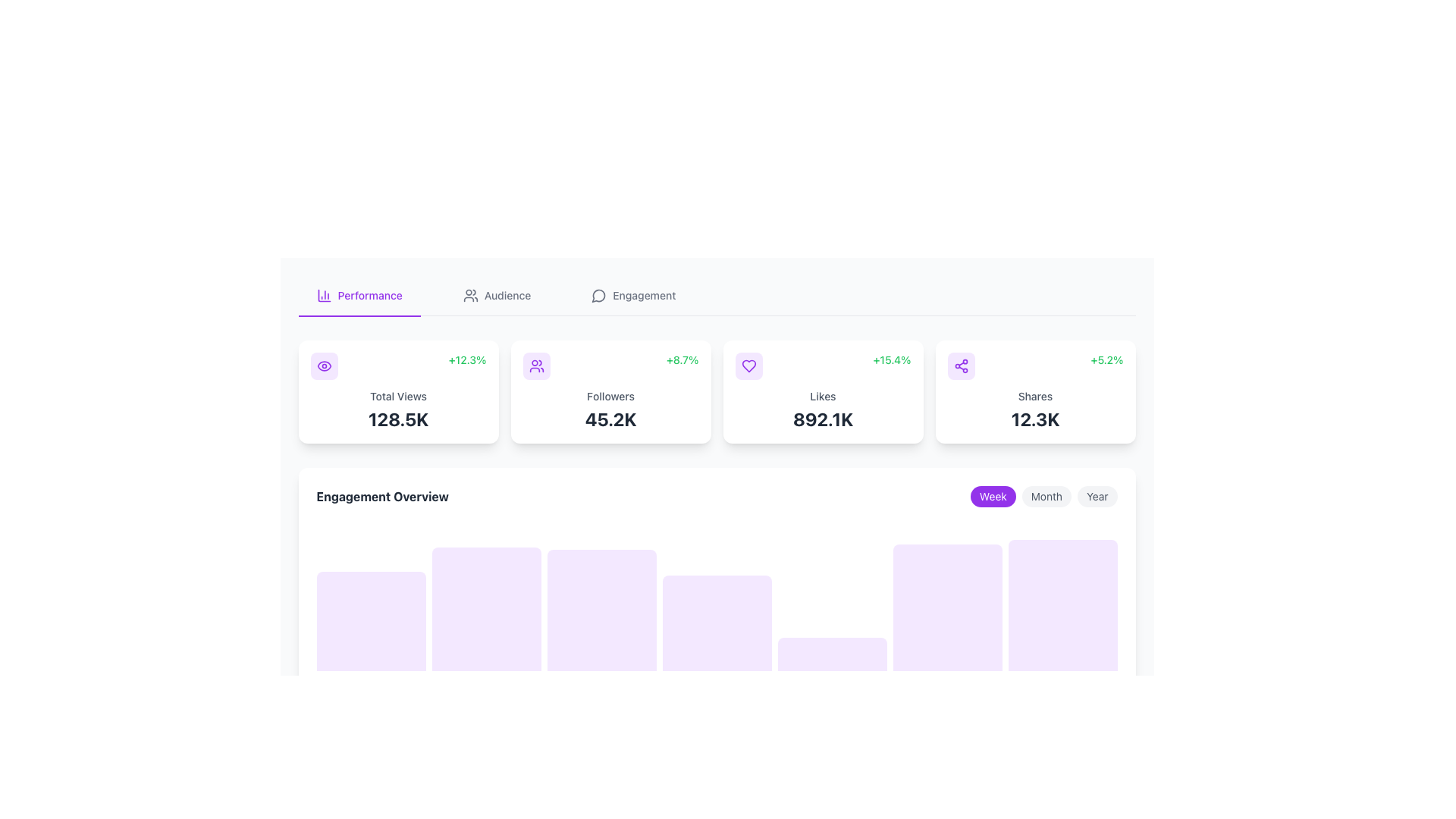 The image size is (1456, 819). What do you see at coordinates (1097, 497) in the screenshot?
I see `the 'Year' button, the third button in the group of three ('Week', 'Month', 'Year'), located in the lower section of the interface near the 'Engagement Overview' area to observe the hover effect` at bounding box center [1097, 497].